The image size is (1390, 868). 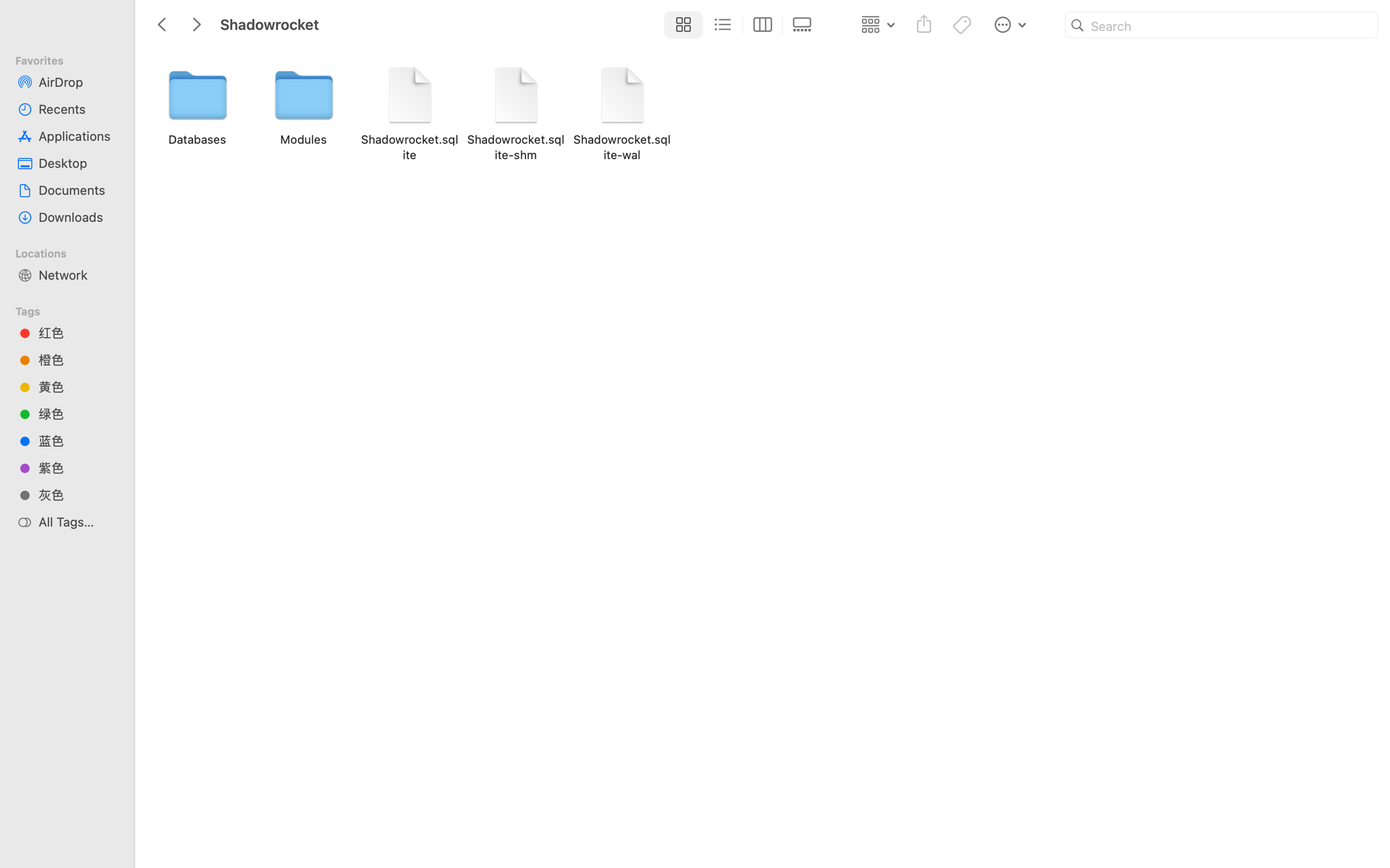 I want to click on 'AirDrop', so click(x=77, y=81).